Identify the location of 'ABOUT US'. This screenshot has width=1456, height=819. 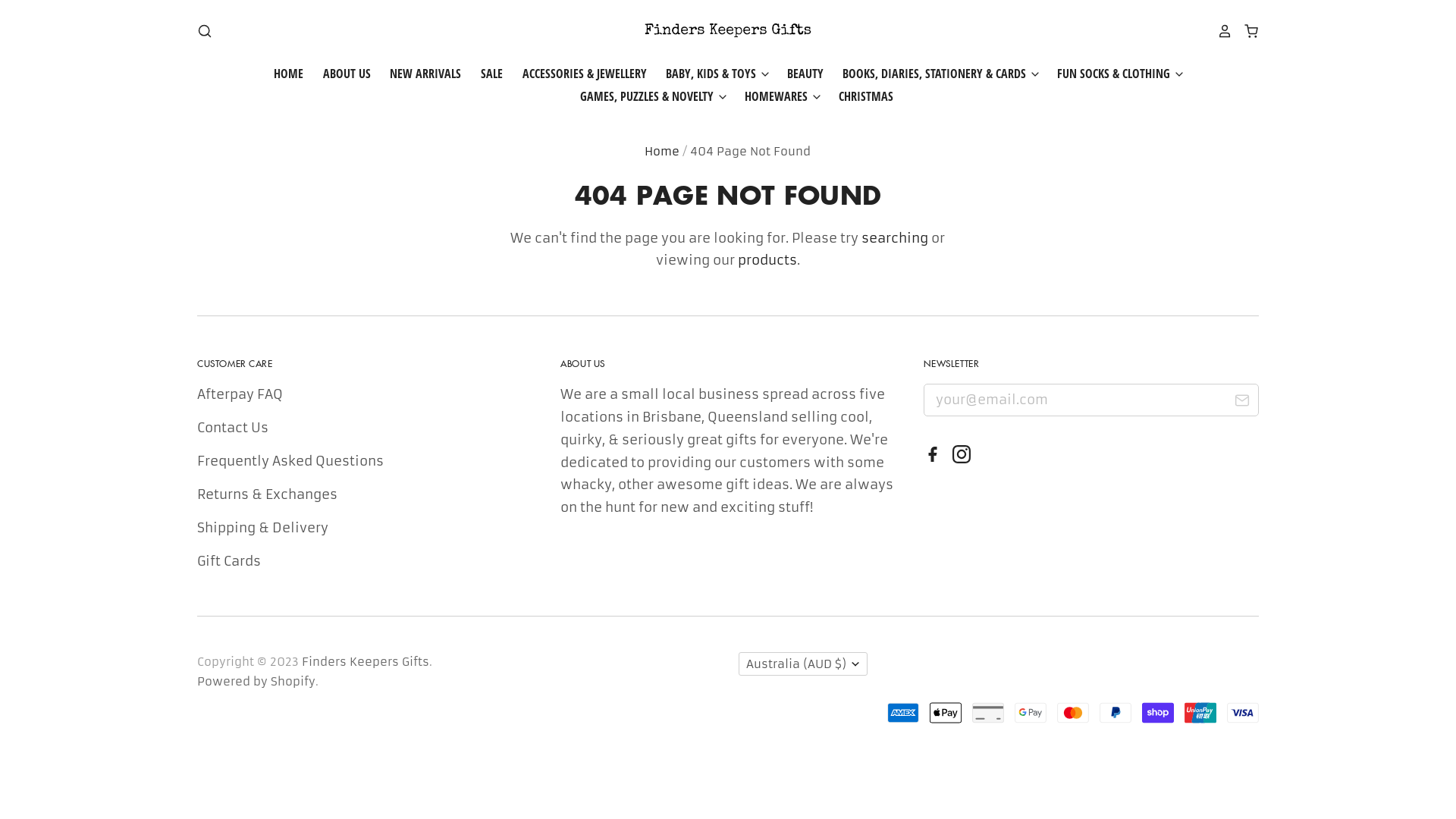
(337, 73).